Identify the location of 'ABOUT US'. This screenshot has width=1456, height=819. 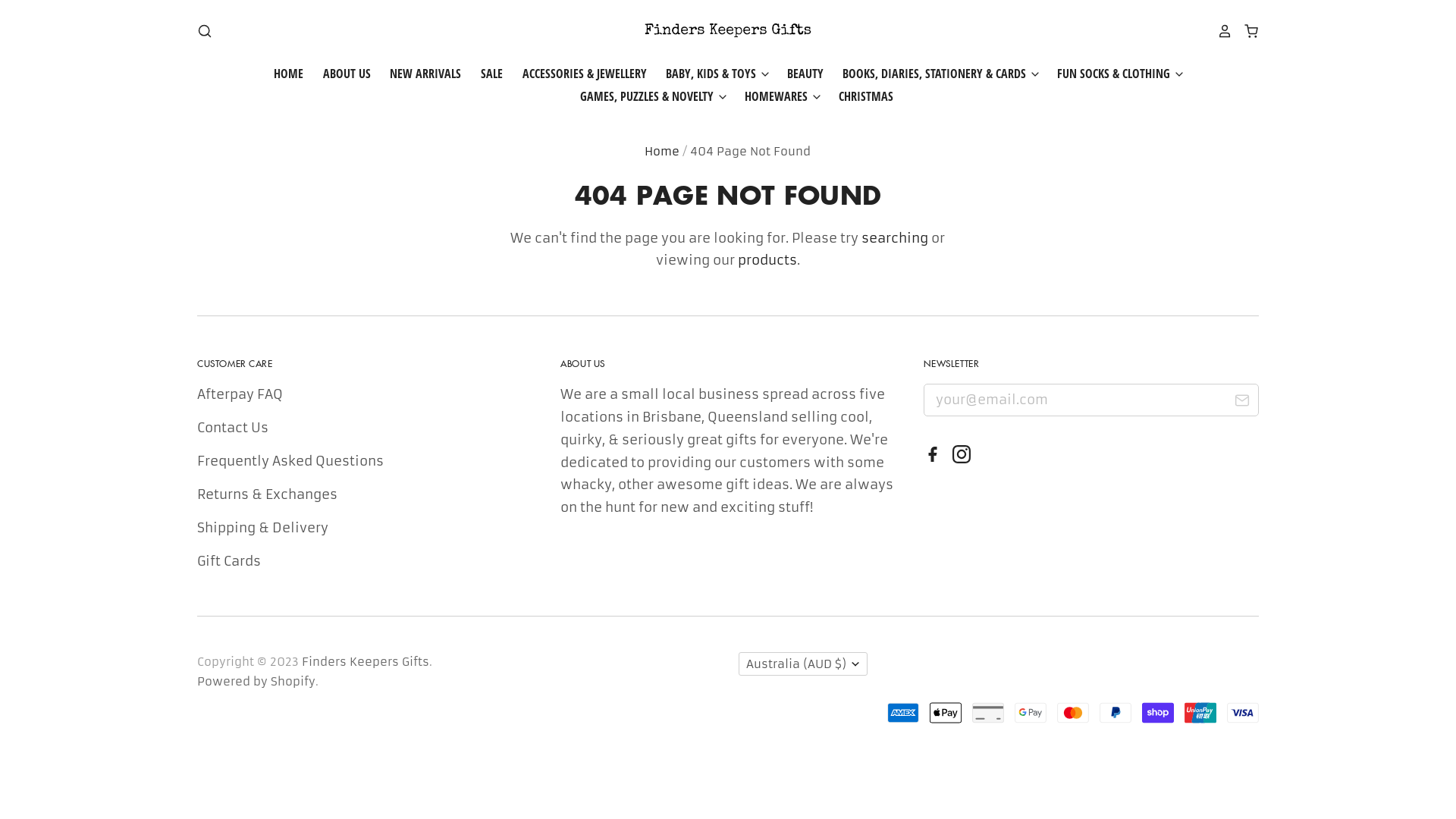
(337, 73).